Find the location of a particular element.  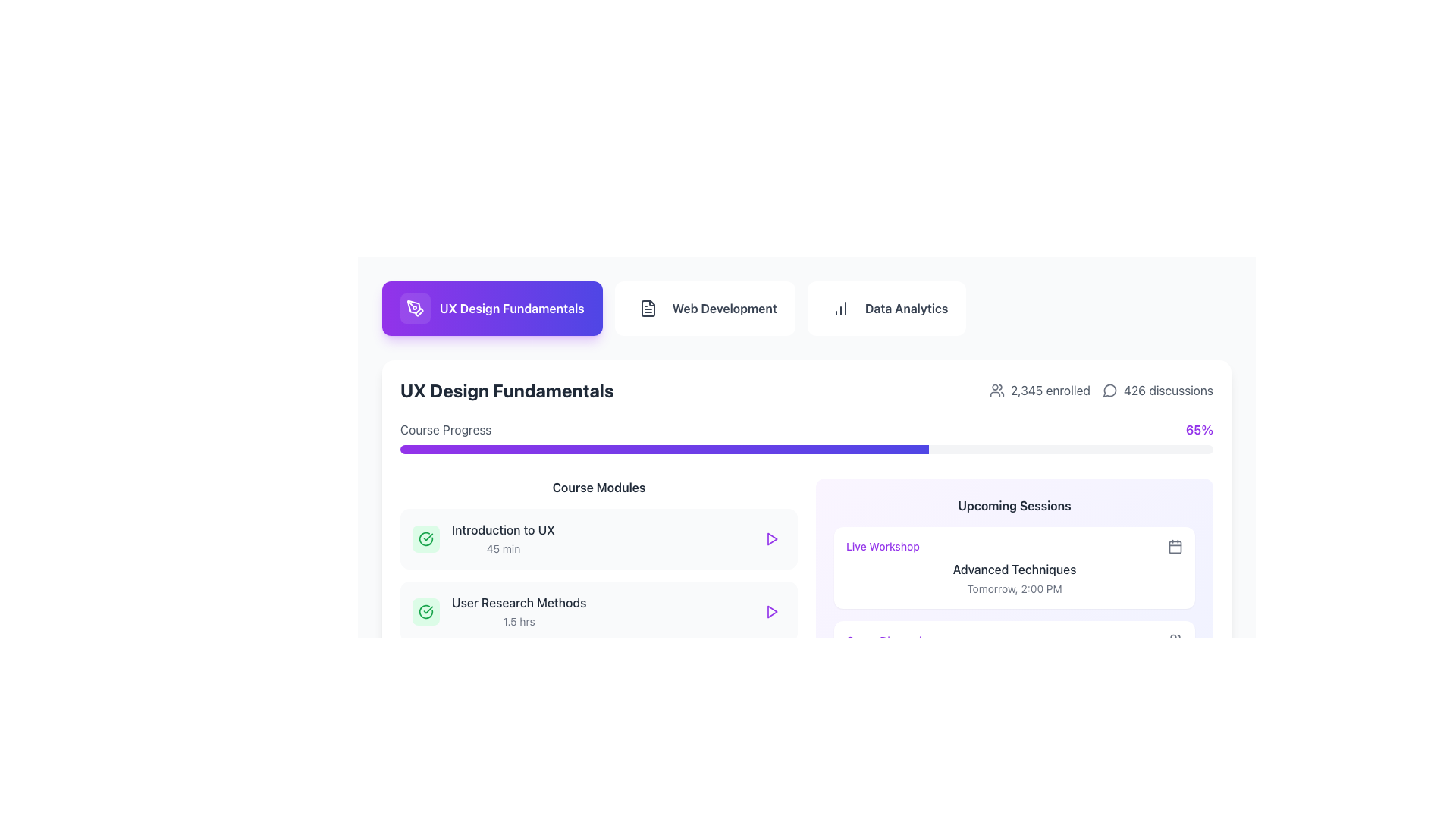

the text label 'Course Progress' displayed in muted gray color, located in the top-left corner of a horizontal section detailing course progress is located at coordinates (445, 430).